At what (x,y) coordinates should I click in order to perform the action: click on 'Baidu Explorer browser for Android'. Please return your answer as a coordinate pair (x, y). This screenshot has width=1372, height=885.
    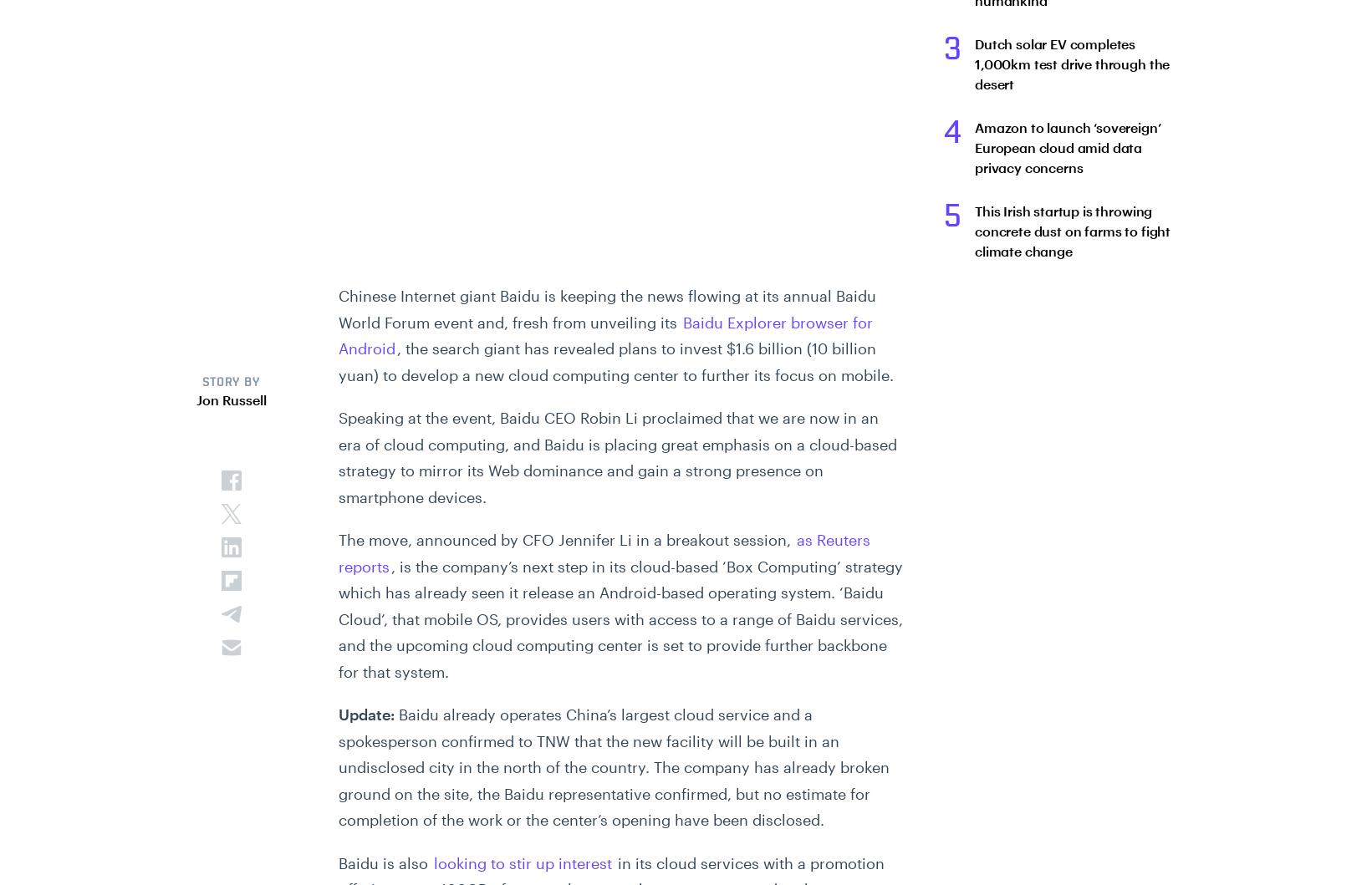
    Looking at the image, I should click on (604, 334).